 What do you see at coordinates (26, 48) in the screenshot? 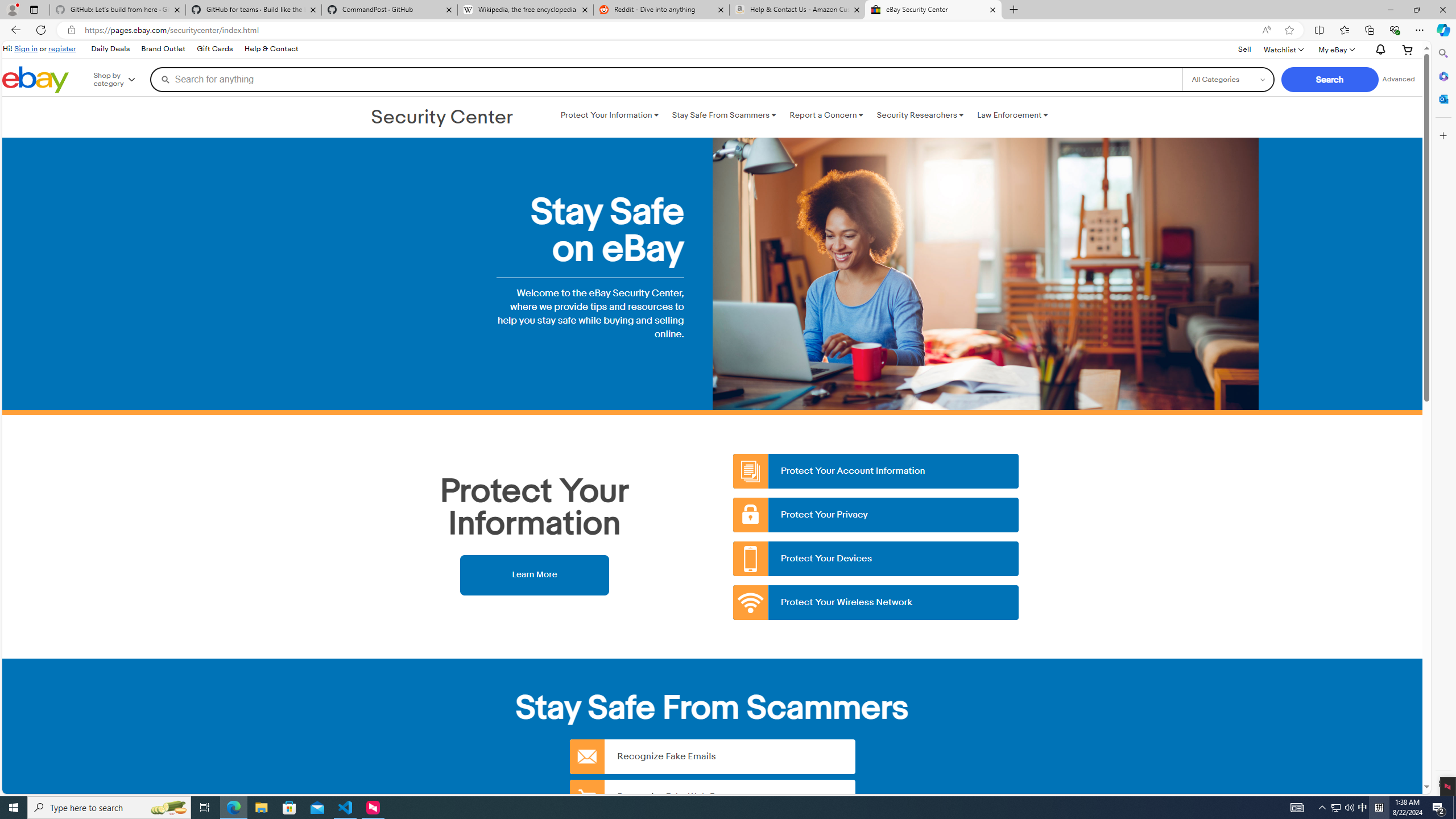
I see `'Sign in'` at bounding box center [26, 48].